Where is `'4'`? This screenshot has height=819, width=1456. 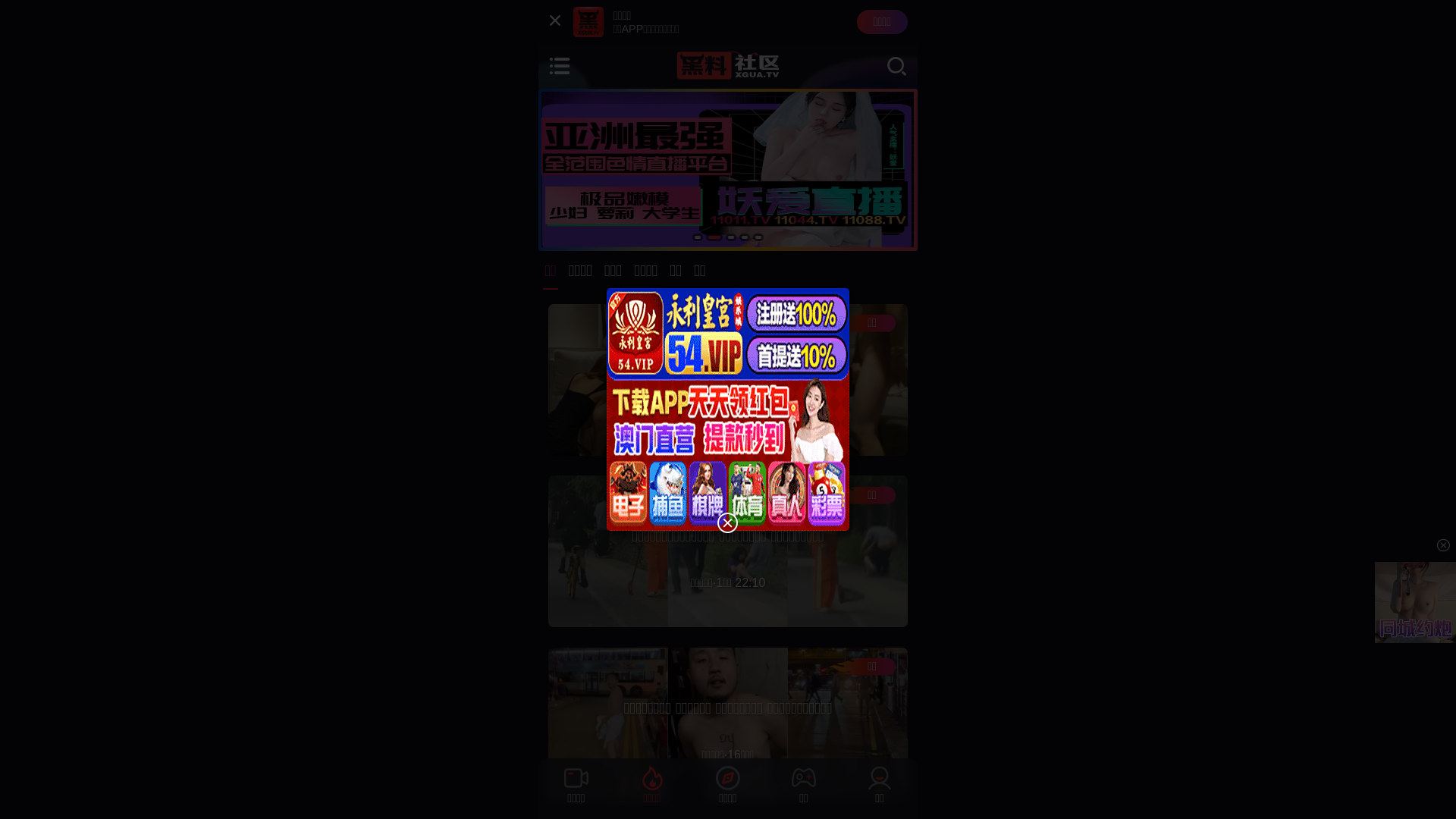 '4' is located at coordinates (745, 237).